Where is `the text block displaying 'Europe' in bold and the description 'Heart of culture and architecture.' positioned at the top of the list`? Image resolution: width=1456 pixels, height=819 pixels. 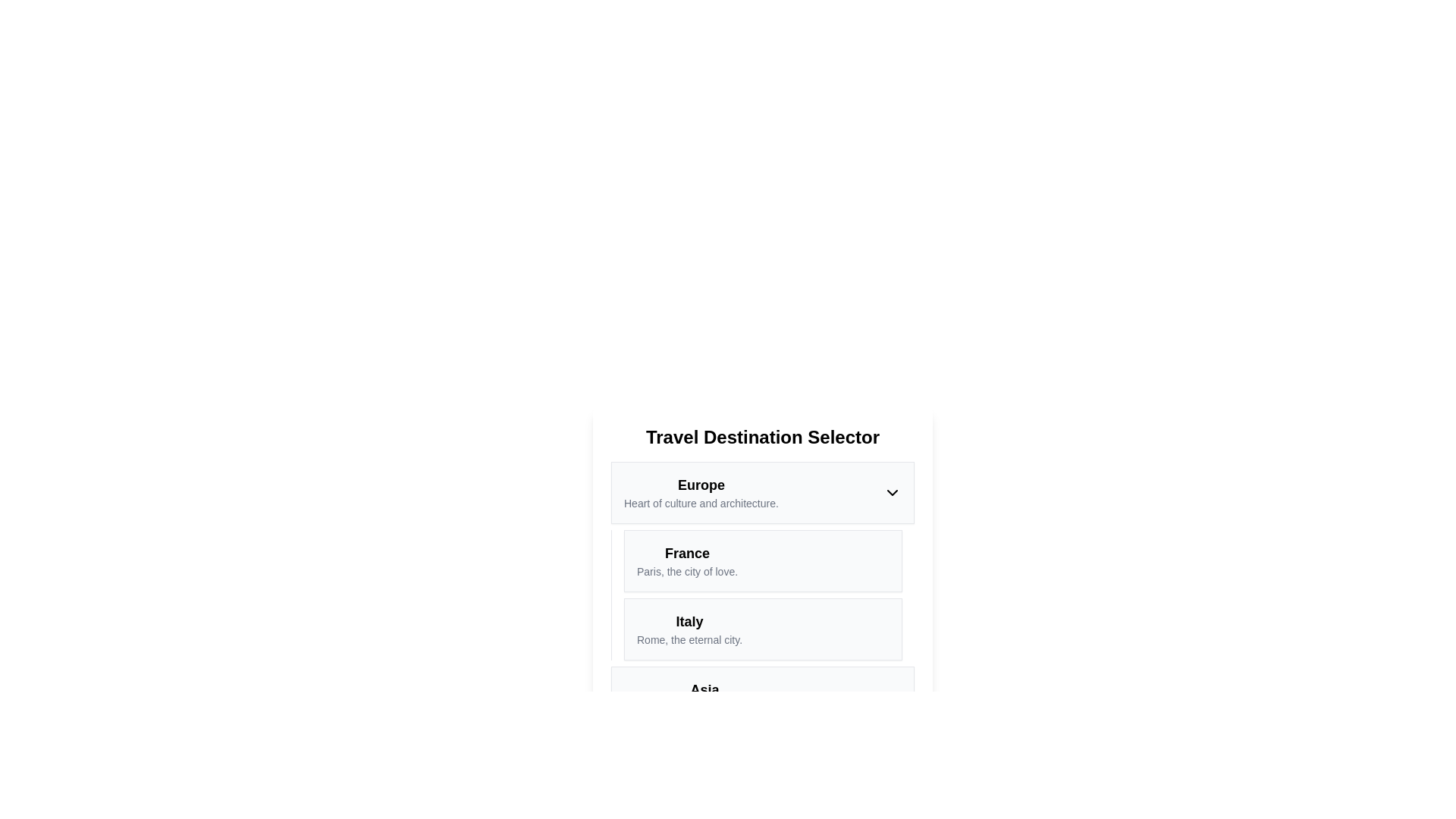
the text block displaying 'Europe' in bold and the description 'Heart of culture and architecture.' positioned at the top of the list is located at coordinates (700, 493).